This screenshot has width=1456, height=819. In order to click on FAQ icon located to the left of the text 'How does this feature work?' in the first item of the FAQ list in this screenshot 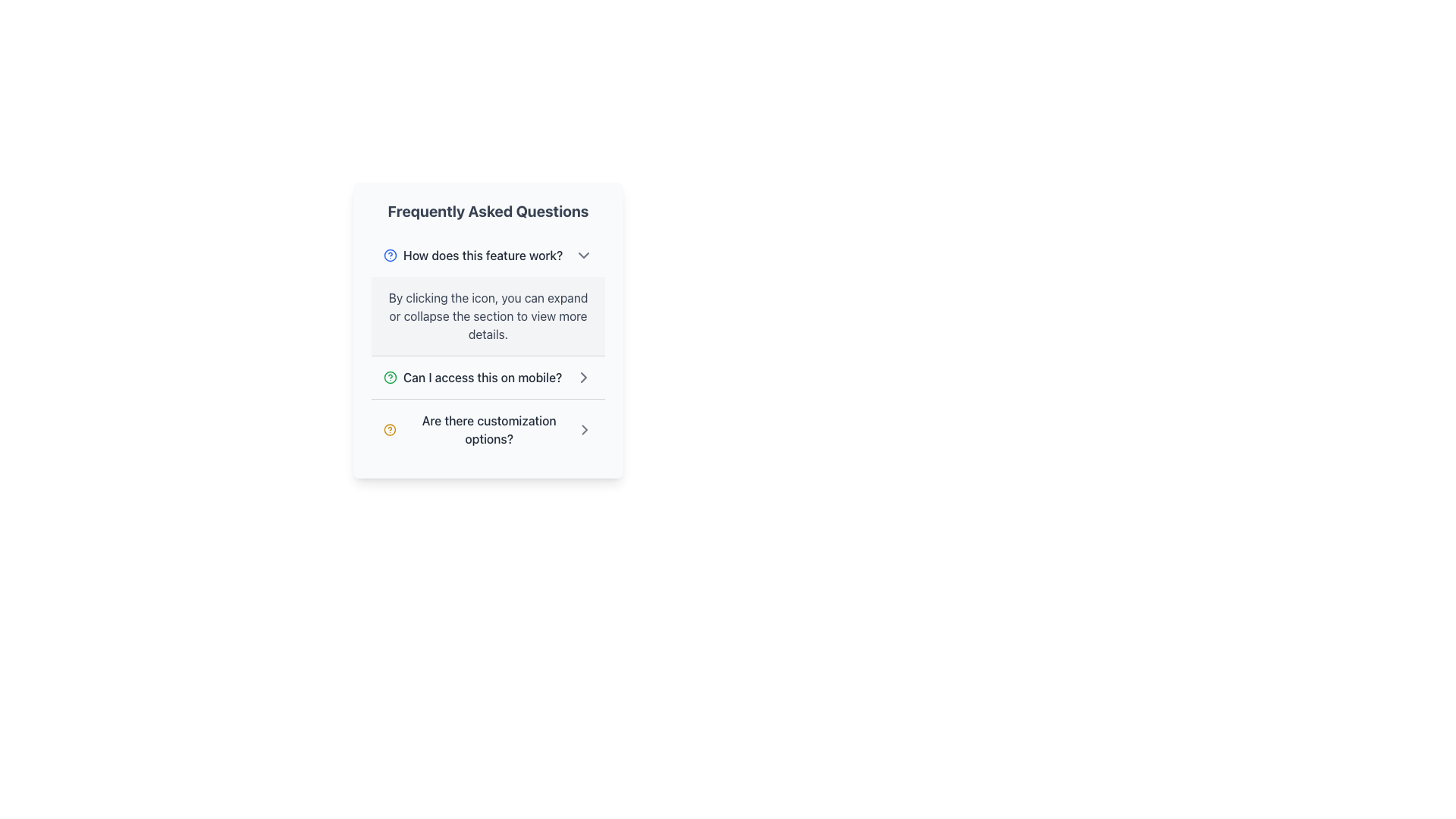, I will do `click(390, 254)`.